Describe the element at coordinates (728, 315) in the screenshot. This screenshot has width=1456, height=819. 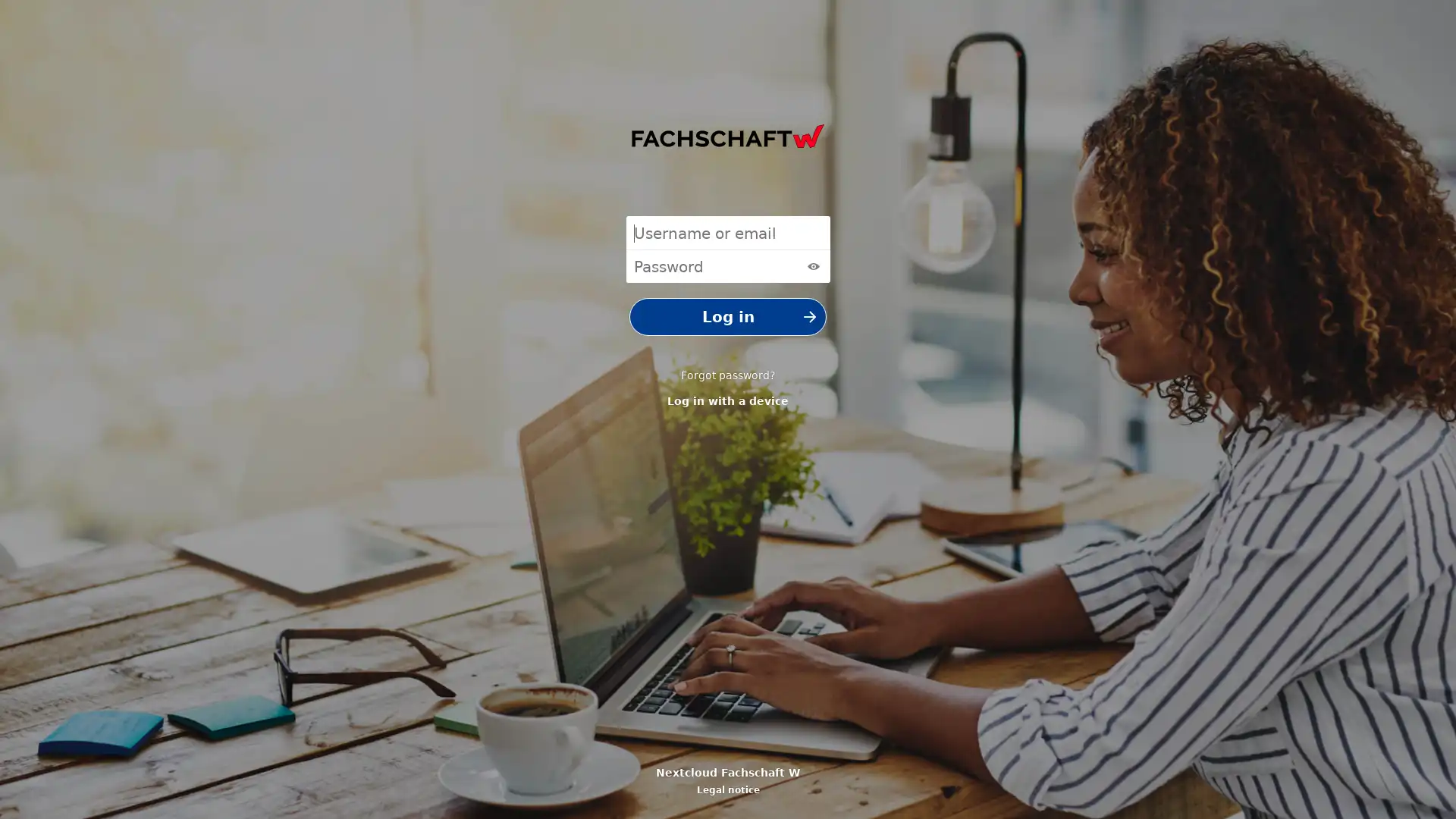
I see `Log in` at that location.